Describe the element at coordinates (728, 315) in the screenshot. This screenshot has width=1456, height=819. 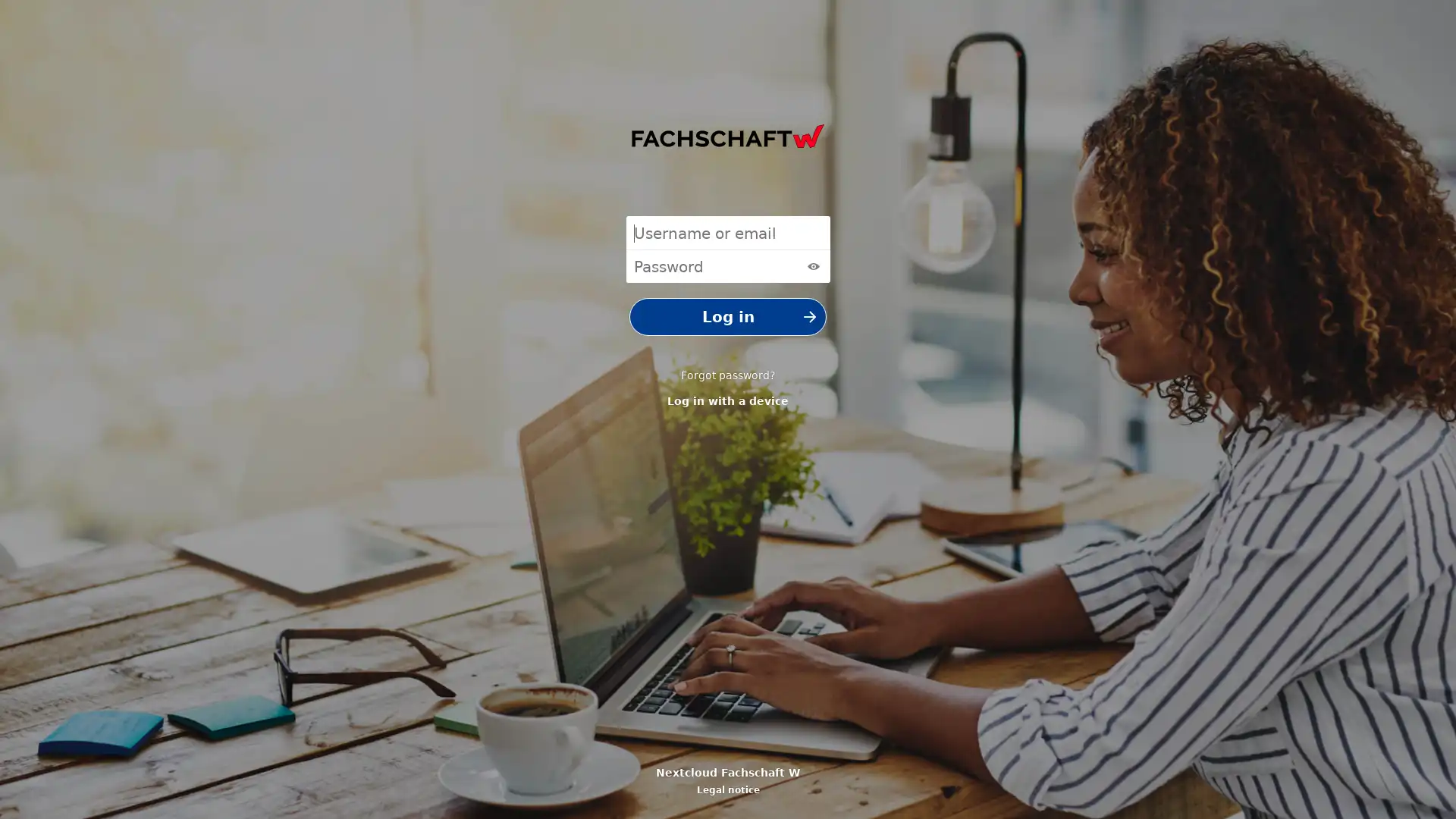
I see `Log in` at that location.